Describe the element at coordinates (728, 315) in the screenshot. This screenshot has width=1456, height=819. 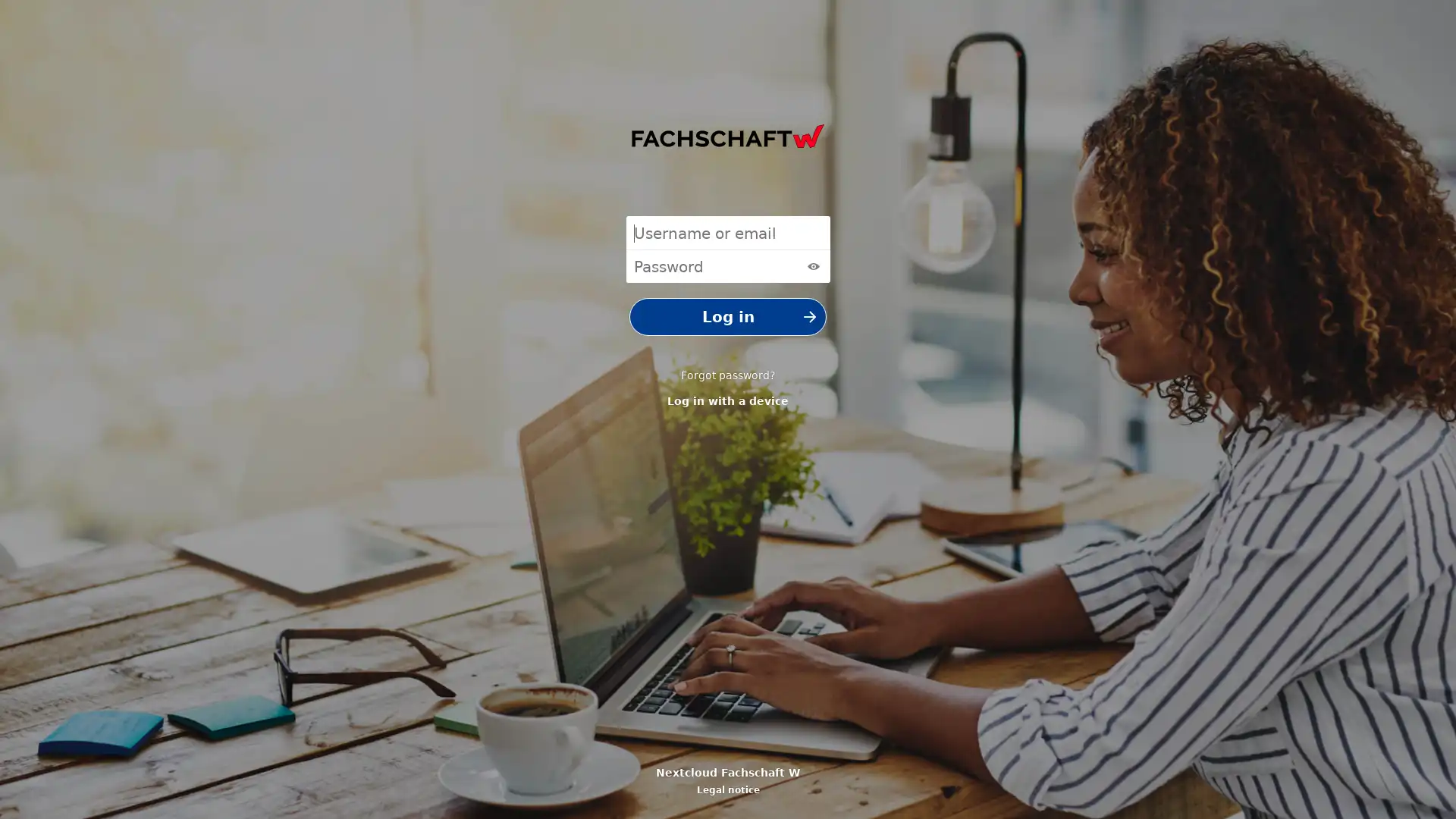
I see `Log in` at that location.